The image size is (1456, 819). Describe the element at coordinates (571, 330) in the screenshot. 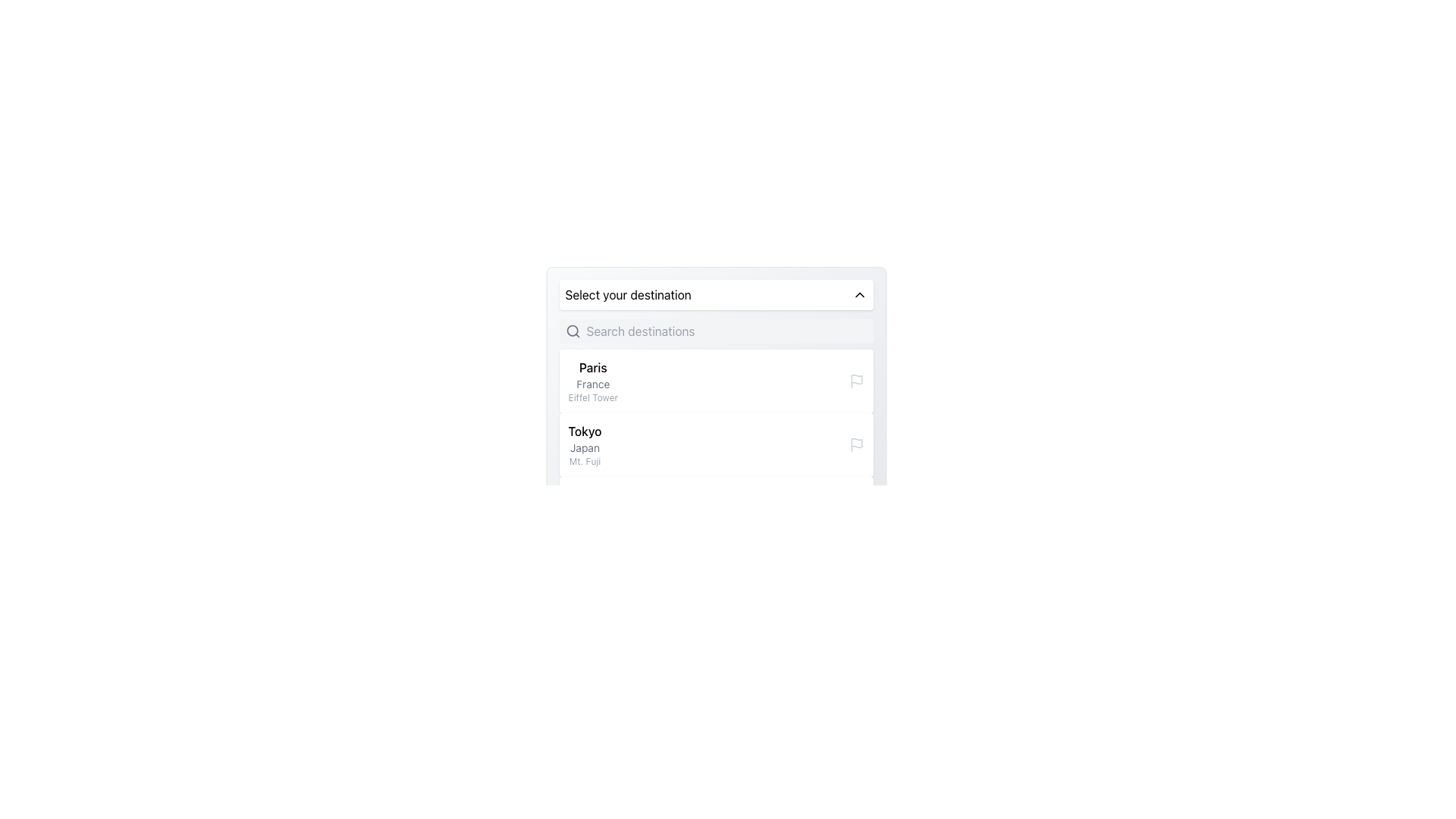

I see `the hollow circular part of the search icon located in the top-left corner of the dropdown menu panel` at that location.